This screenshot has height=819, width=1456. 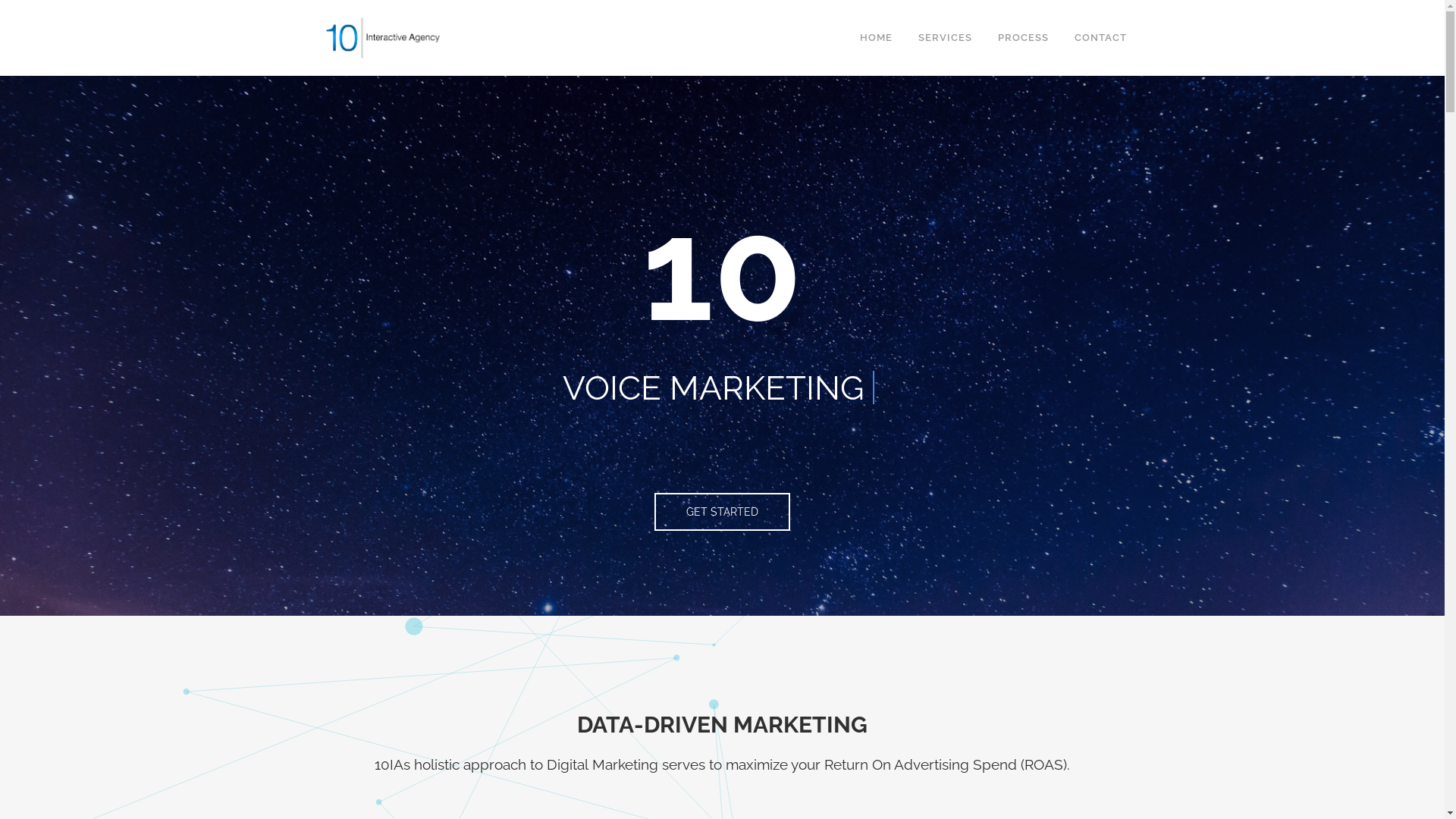 I want to click on 'HOME', so click(x=875, y=37).